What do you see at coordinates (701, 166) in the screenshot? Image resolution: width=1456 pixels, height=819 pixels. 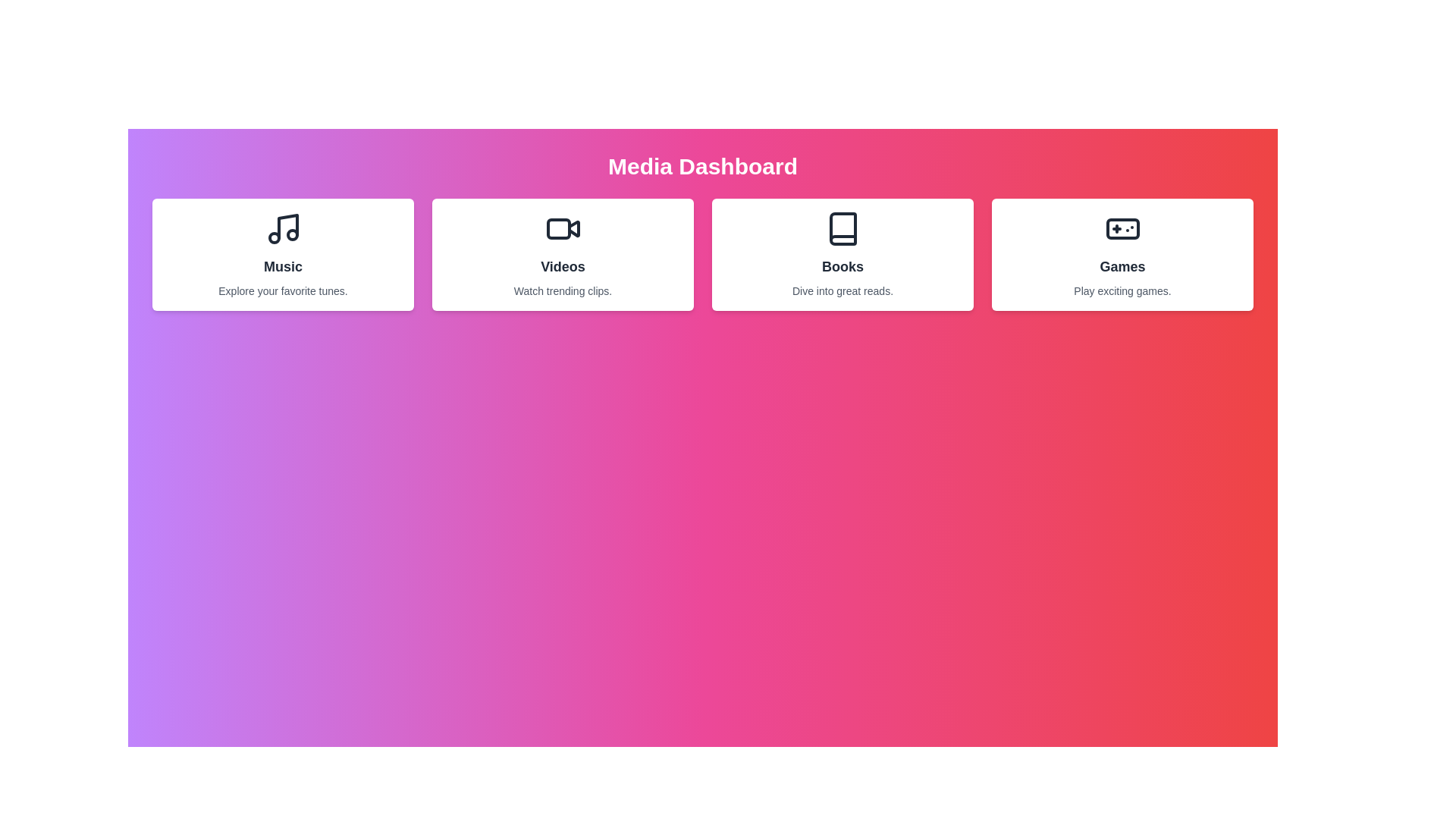 I see `text content of the title heading labeled 'Media Dashboard' located centrally in the header section above the grid of features` at bounding box center [701, 166].